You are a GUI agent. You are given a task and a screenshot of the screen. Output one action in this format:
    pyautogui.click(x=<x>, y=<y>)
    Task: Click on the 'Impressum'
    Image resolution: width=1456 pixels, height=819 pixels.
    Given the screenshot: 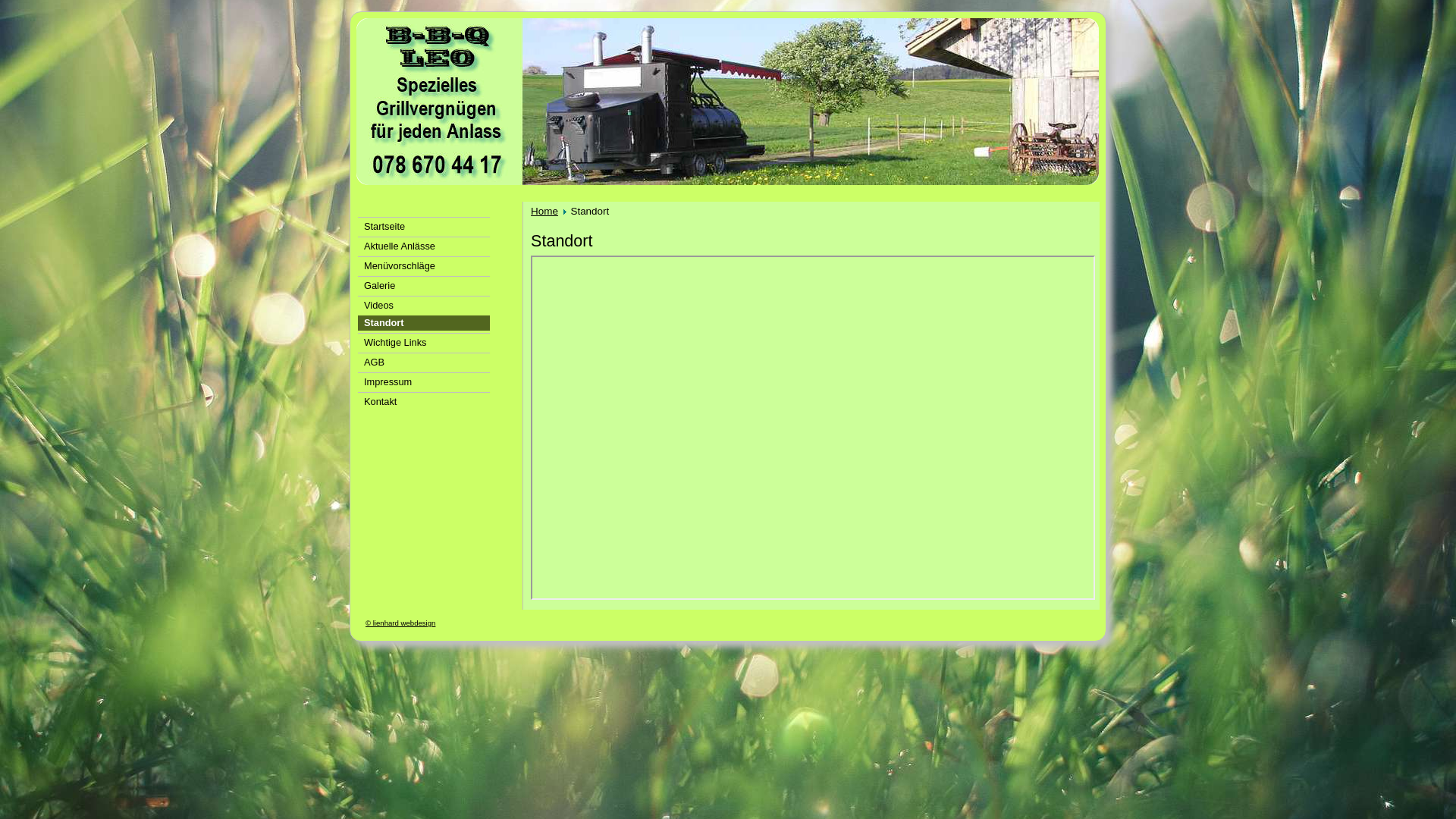 What is the action you would take?
    pyautogui.click(x=356, y=380)
    